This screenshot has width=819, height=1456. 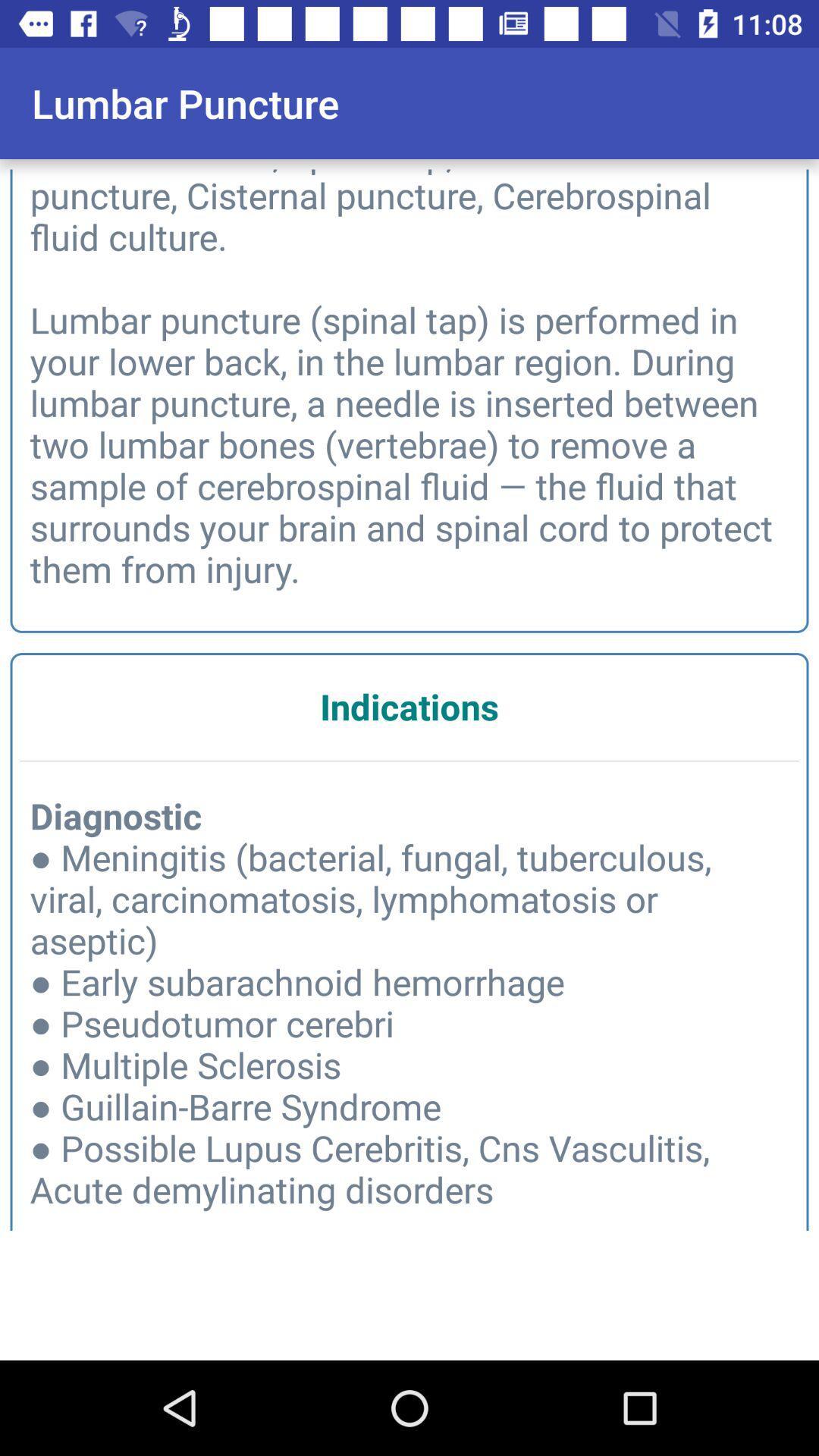 I want to click on the icon above the indications icon, so click(x=409, y=376).